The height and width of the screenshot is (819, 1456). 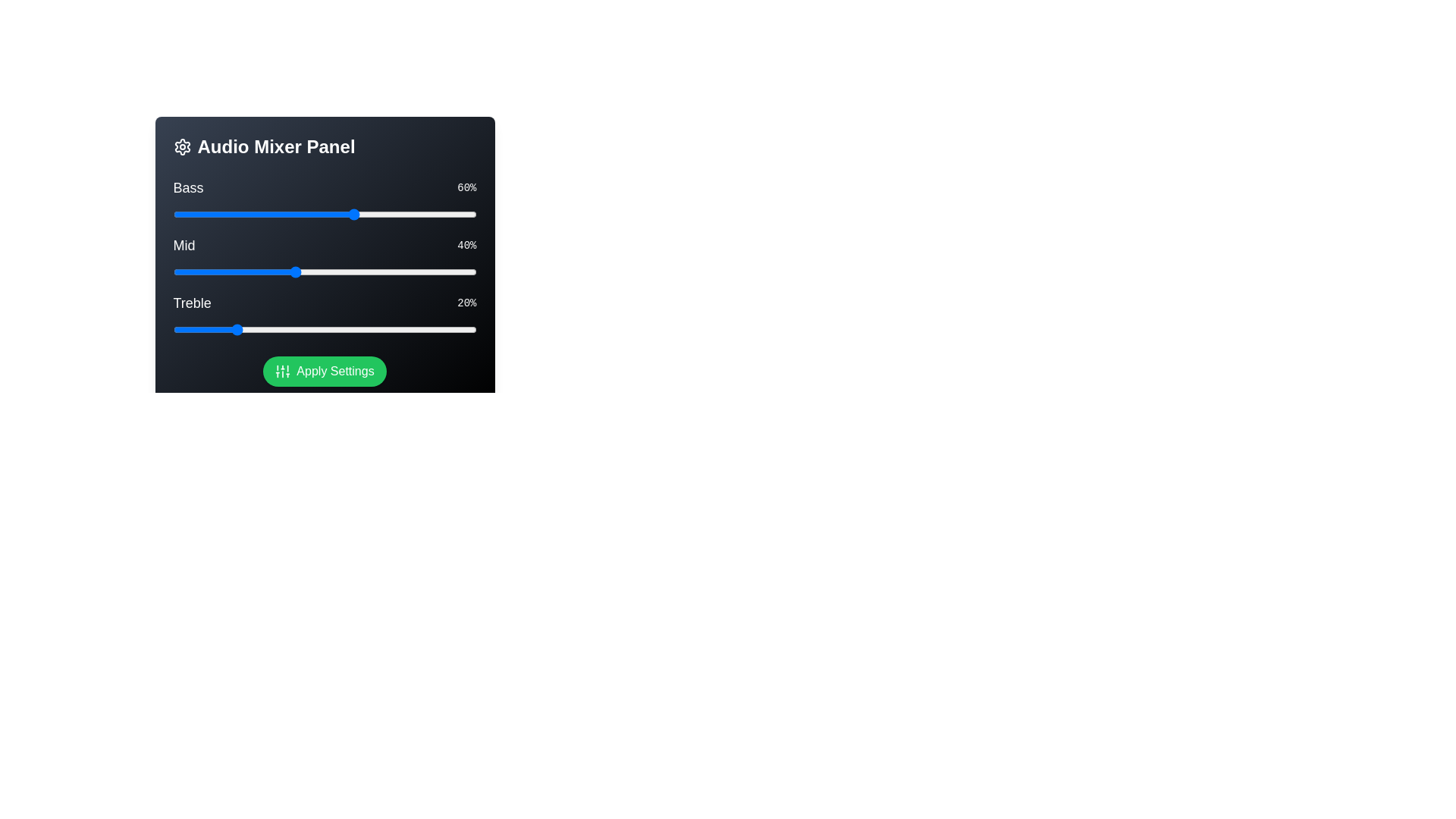 What do you see at coordinates (330, 329) in the screenshot?
I see `the Treble slider to 52%` at bounding box center [330, 329].